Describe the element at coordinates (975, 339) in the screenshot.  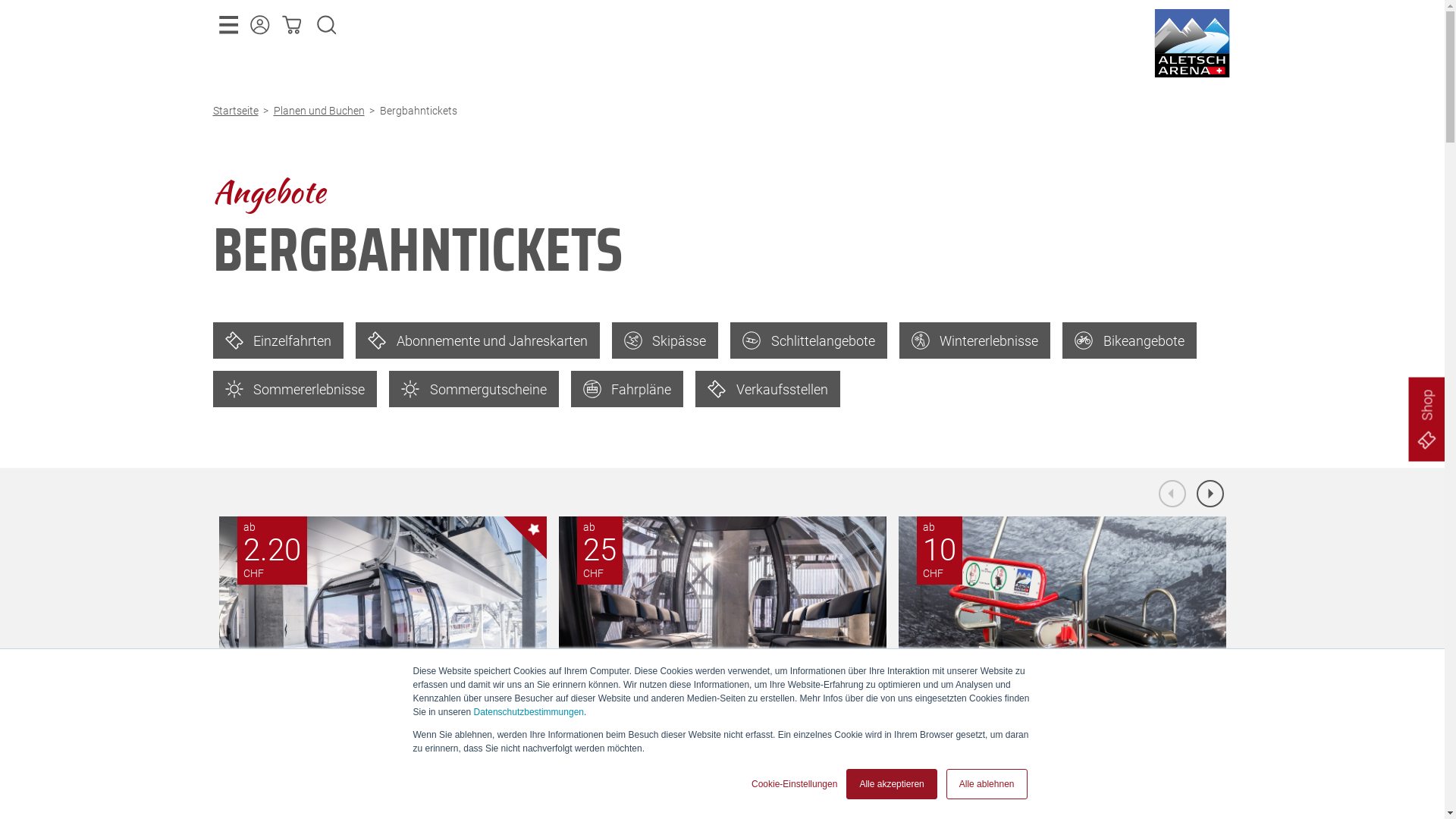
I see `'Wintererlebnisse'` at that location.